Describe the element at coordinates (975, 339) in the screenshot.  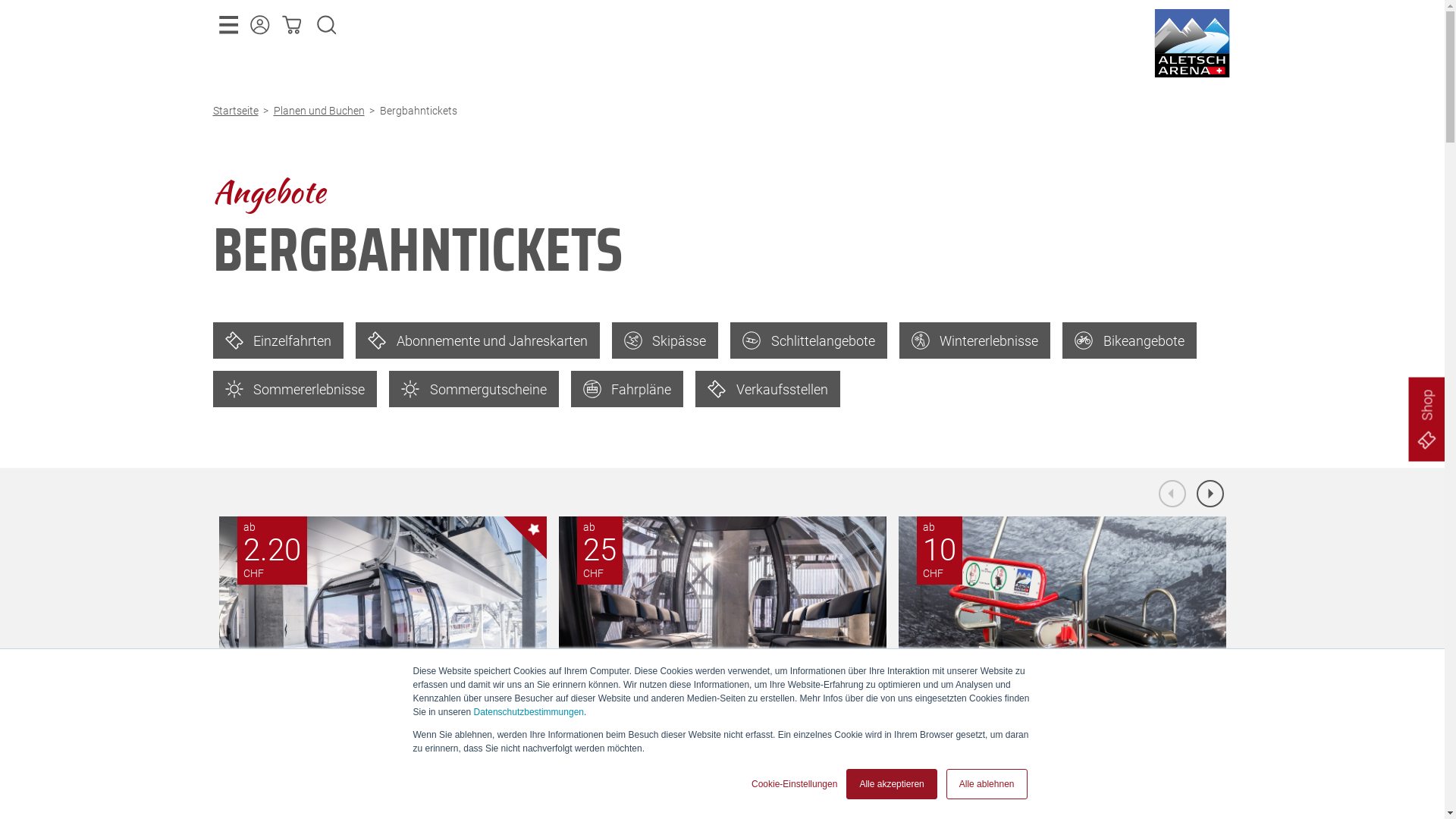
I see `'Wintererlebnisse'` at that location.